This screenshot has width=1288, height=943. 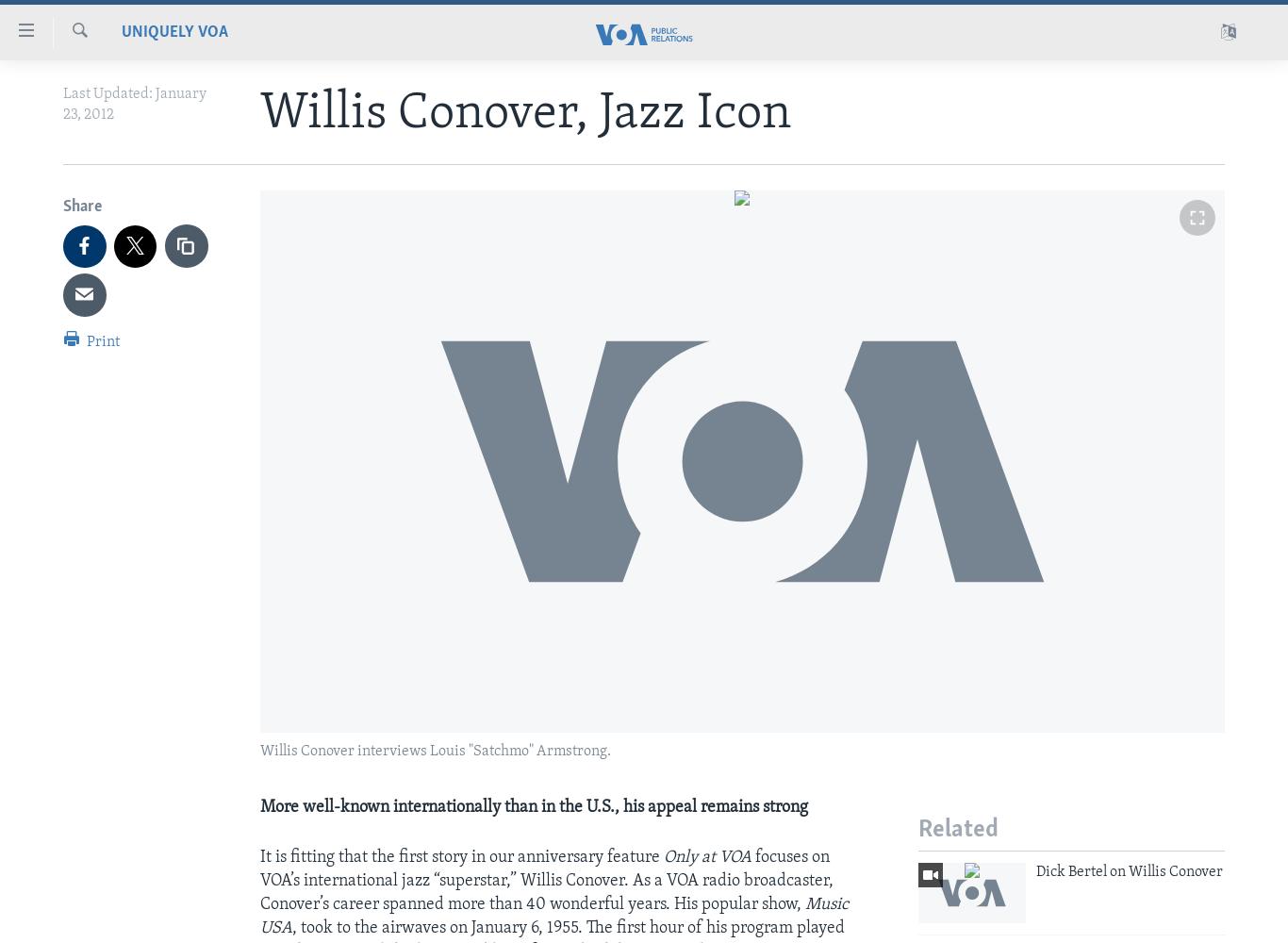 I want to click on 'Related', so click(x=958, y=830).